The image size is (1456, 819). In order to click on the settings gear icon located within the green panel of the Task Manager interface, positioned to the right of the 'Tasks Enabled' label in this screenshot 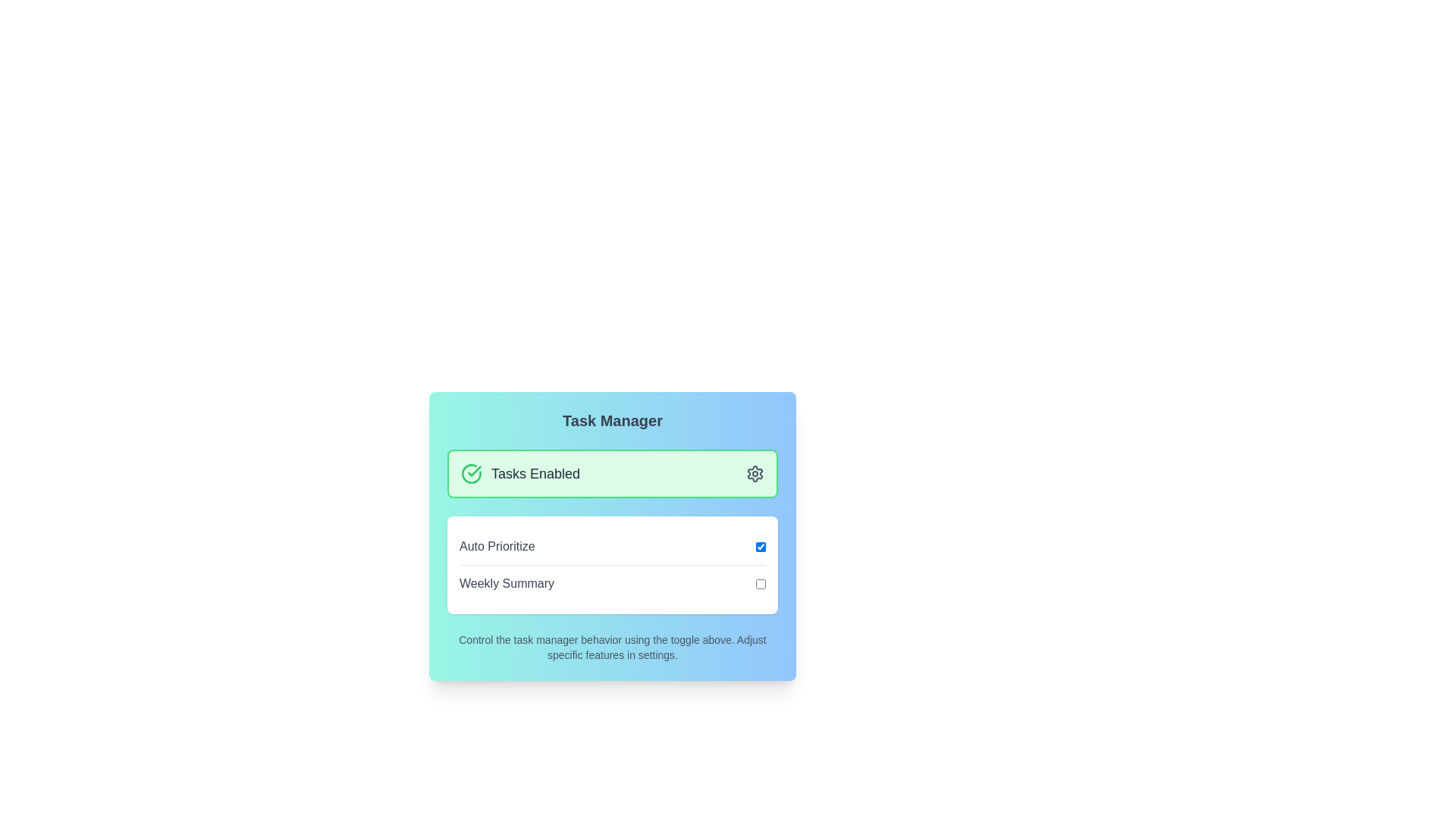, I will do `click(755, 472)`.